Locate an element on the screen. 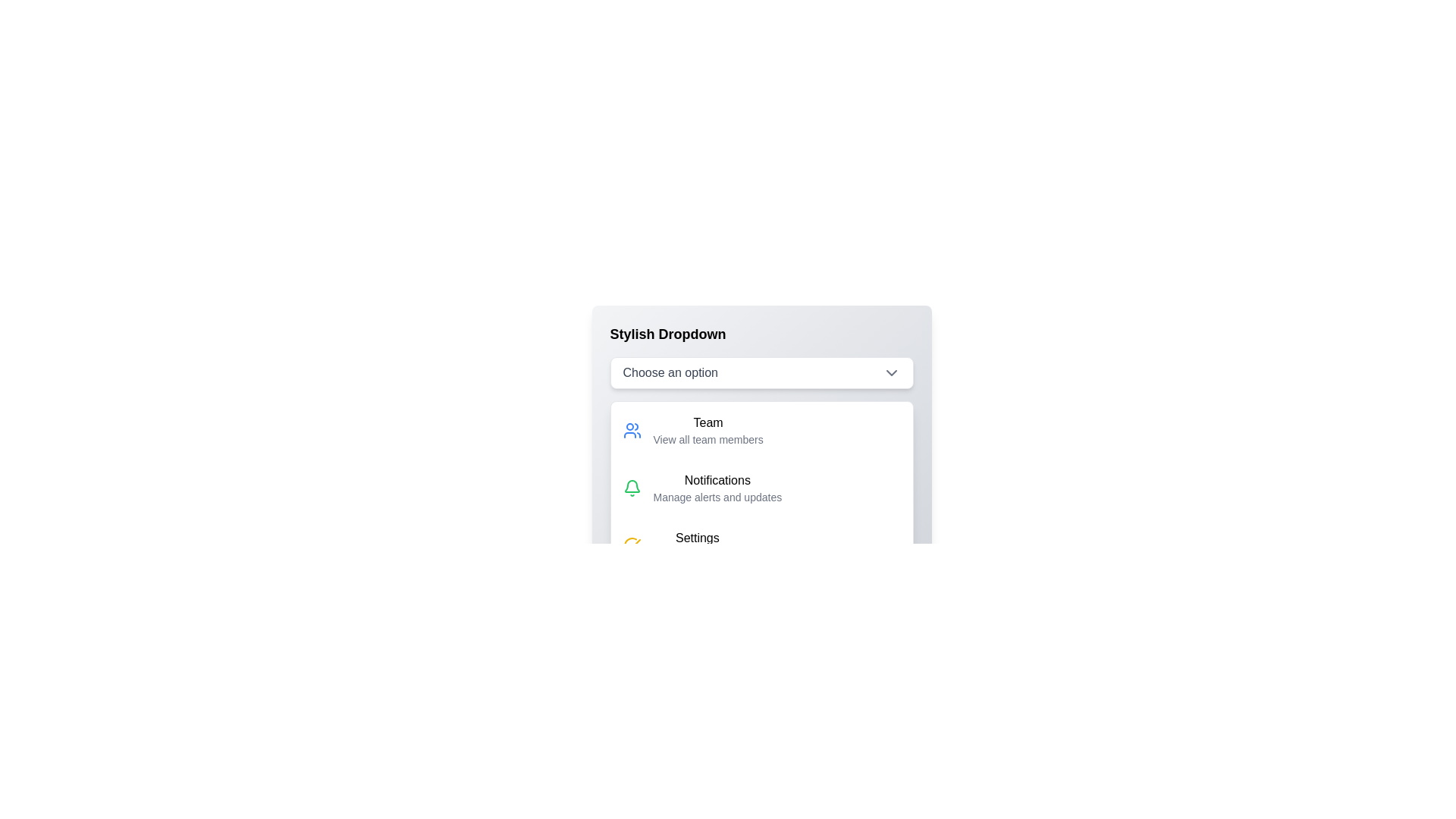 The width and height of the screenshot is (1456, 819). on the downward-facing chevron arrow icon, which is styled with a gray color and is positioned at the rightmost edge of the dropdown box titled 'Choose an option' is located at coordinates (891, 373).